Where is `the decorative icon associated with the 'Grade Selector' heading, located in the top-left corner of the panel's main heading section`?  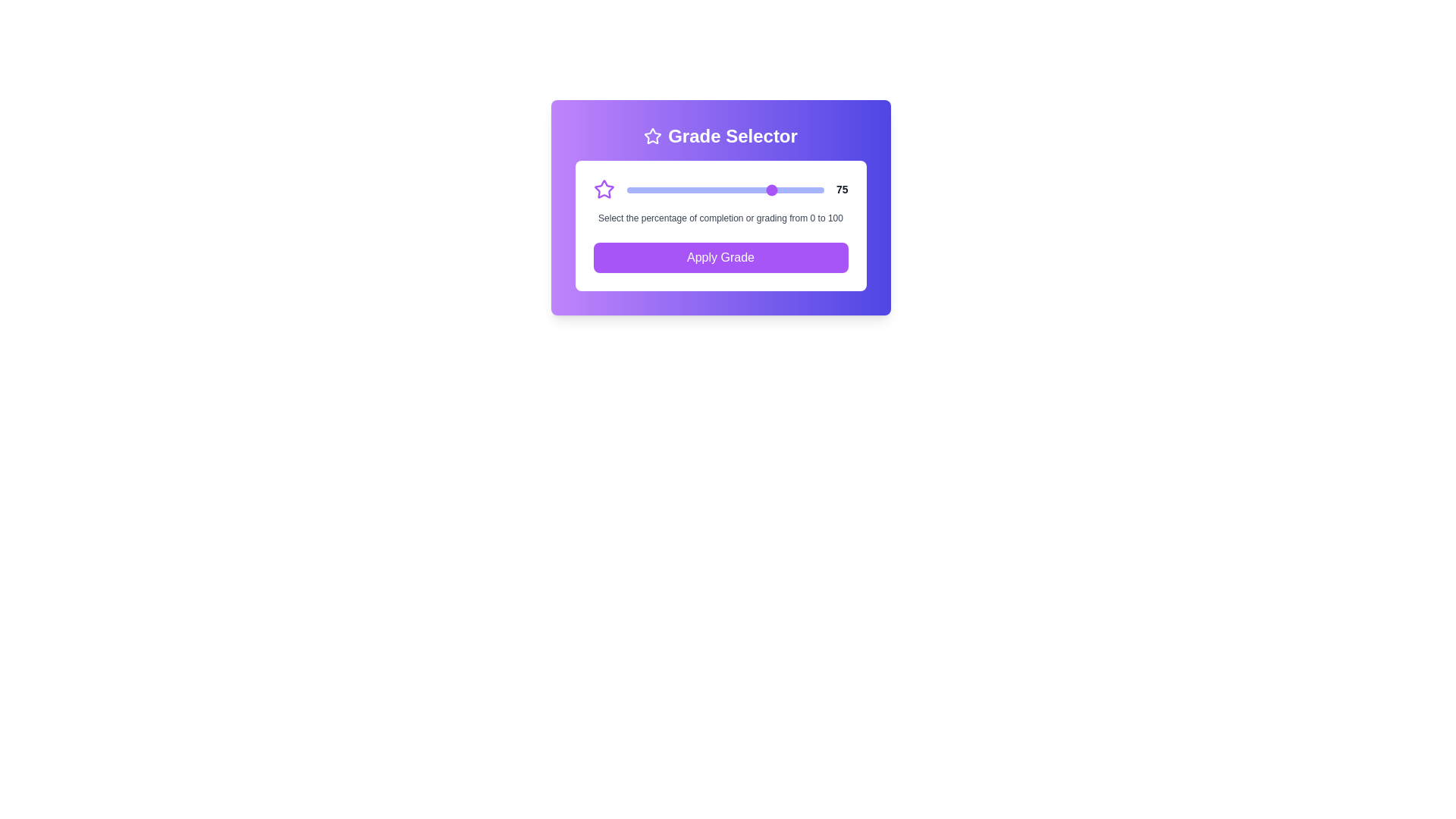 the decorative icon associated with the 'Grade Selector' heading, located in the top-left corner of the panel's main heading section is located at coordinates (653, 136).